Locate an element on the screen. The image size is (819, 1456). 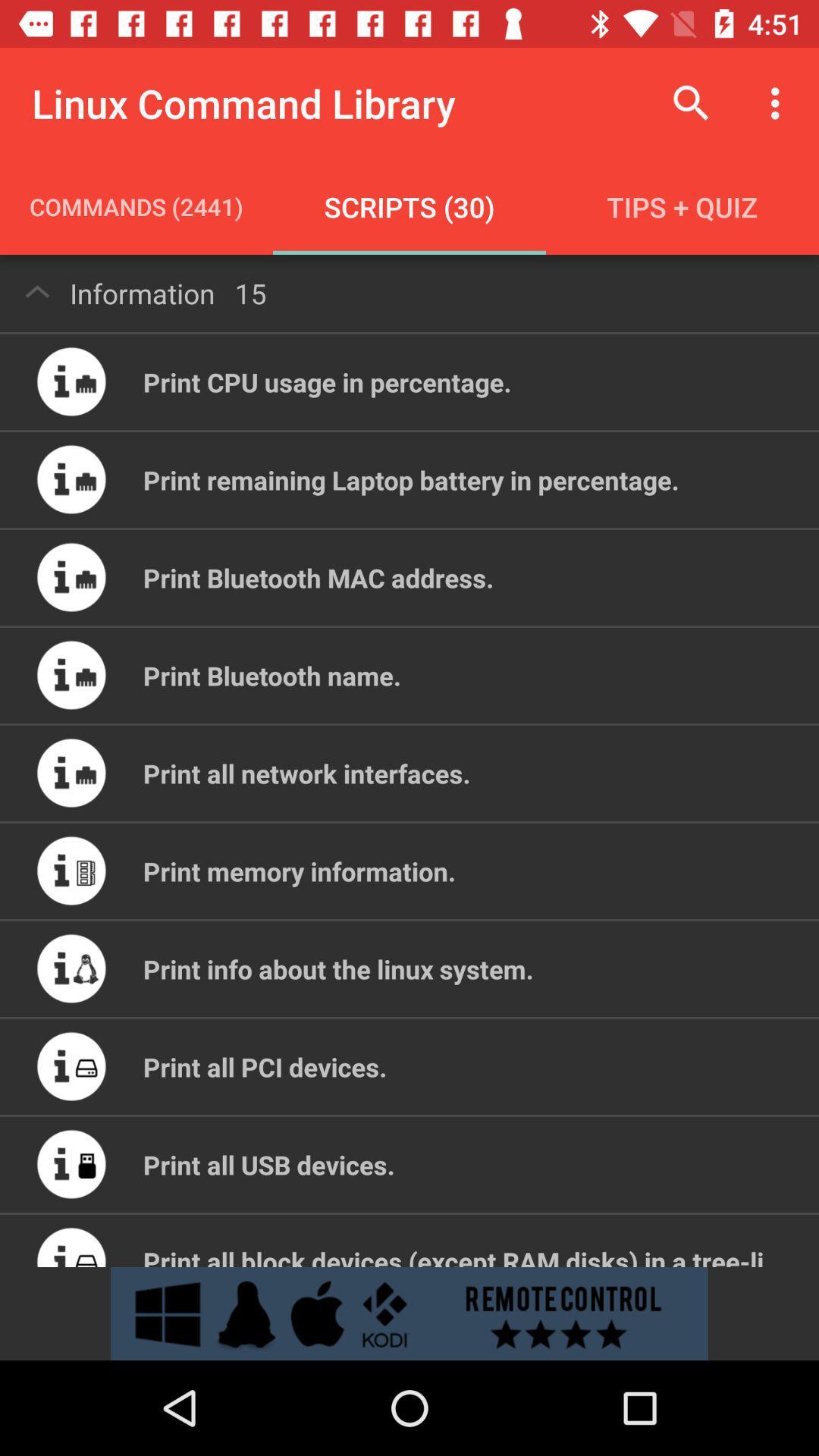
the item next to linux command library icon is located at coordinates (691, 102).